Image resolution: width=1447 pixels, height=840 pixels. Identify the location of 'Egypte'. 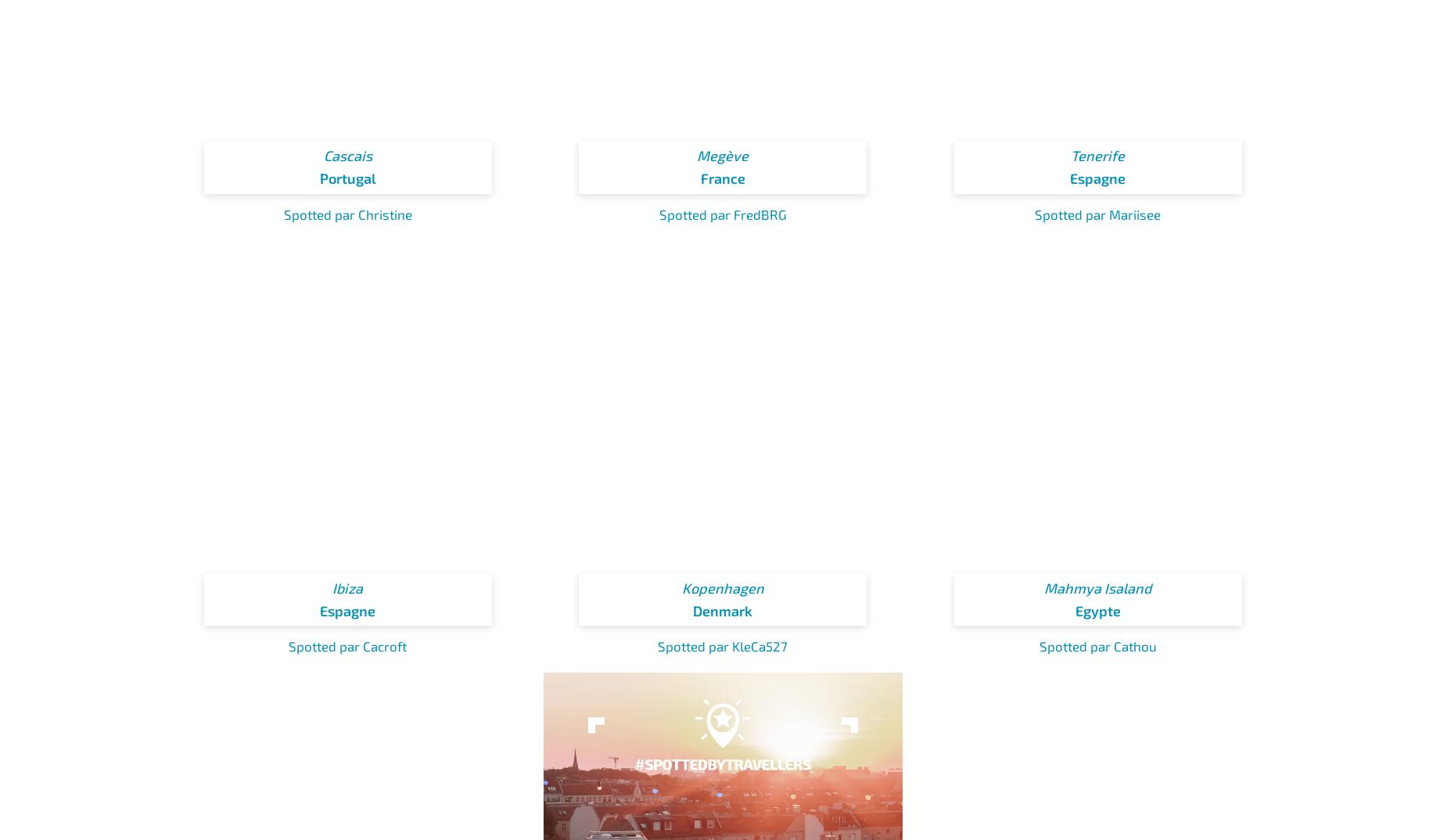
(1073, 609).